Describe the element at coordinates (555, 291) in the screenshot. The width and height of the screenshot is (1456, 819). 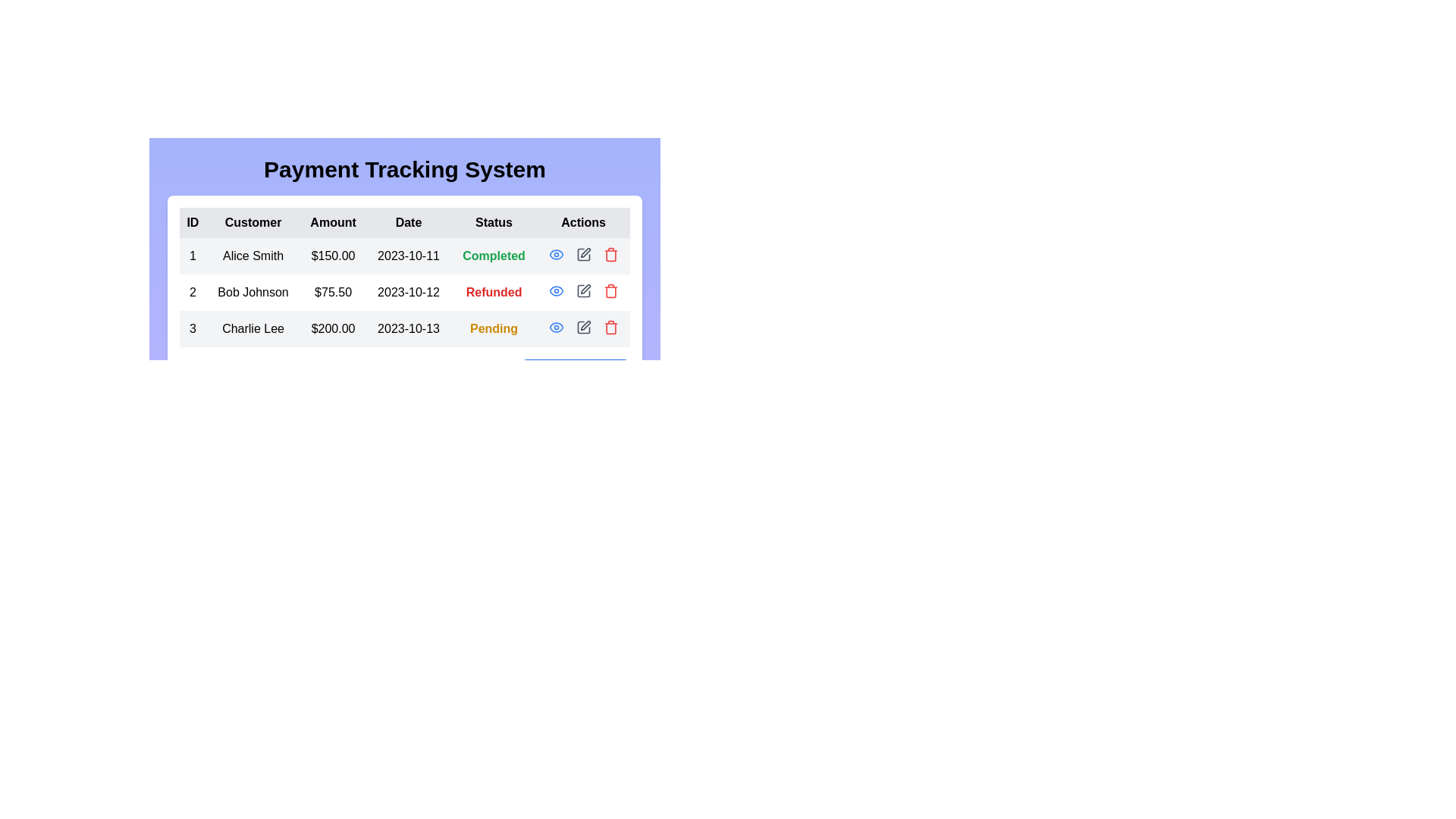
I see `the blue eye icon button in the 'Actions' column of the table` at that location.